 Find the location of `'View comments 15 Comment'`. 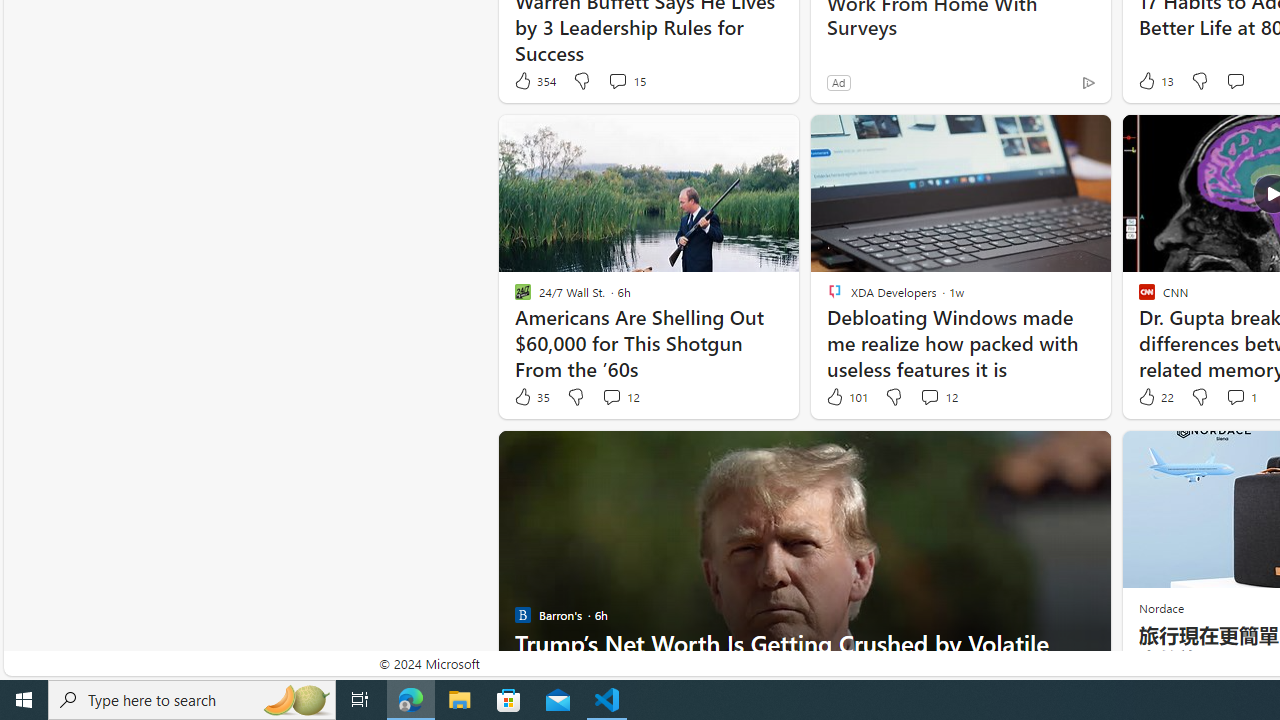

'View comments 15 Comment' is located at coordinates (616, 80).